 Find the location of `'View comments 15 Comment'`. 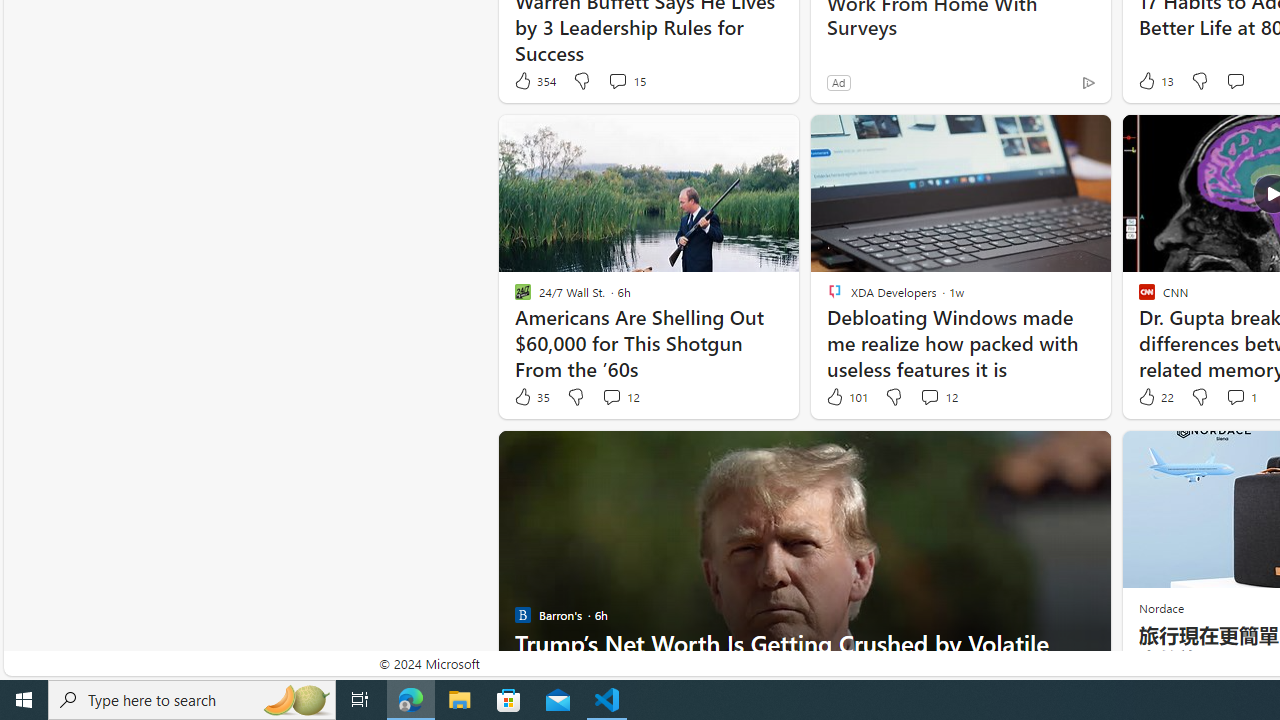

'View comments 15 Comment' is located at coordinates (616, 80).